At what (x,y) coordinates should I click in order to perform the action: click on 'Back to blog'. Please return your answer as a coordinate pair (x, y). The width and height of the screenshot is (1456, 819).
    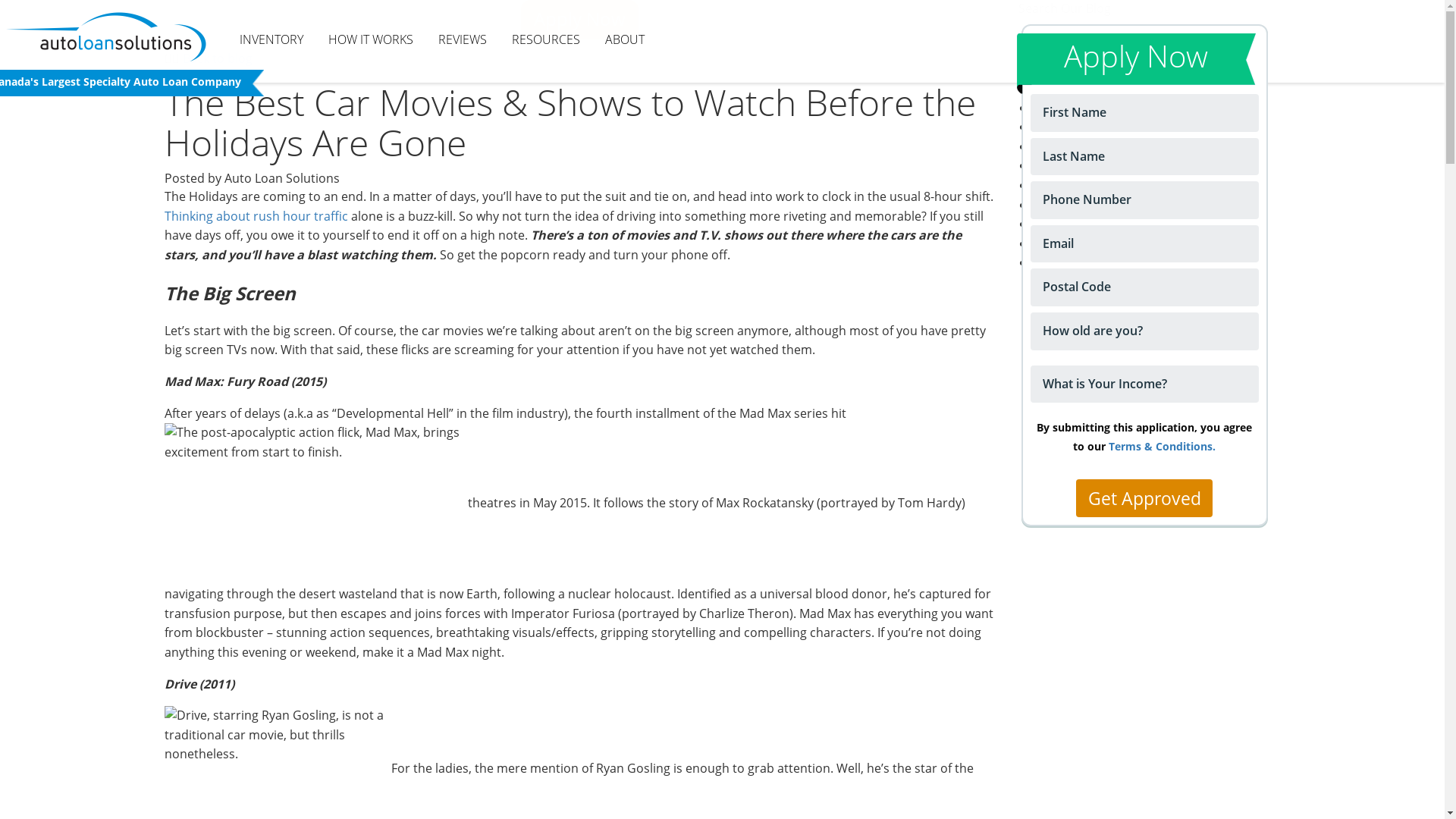
    Looking at the image, I should click on (216, 58).